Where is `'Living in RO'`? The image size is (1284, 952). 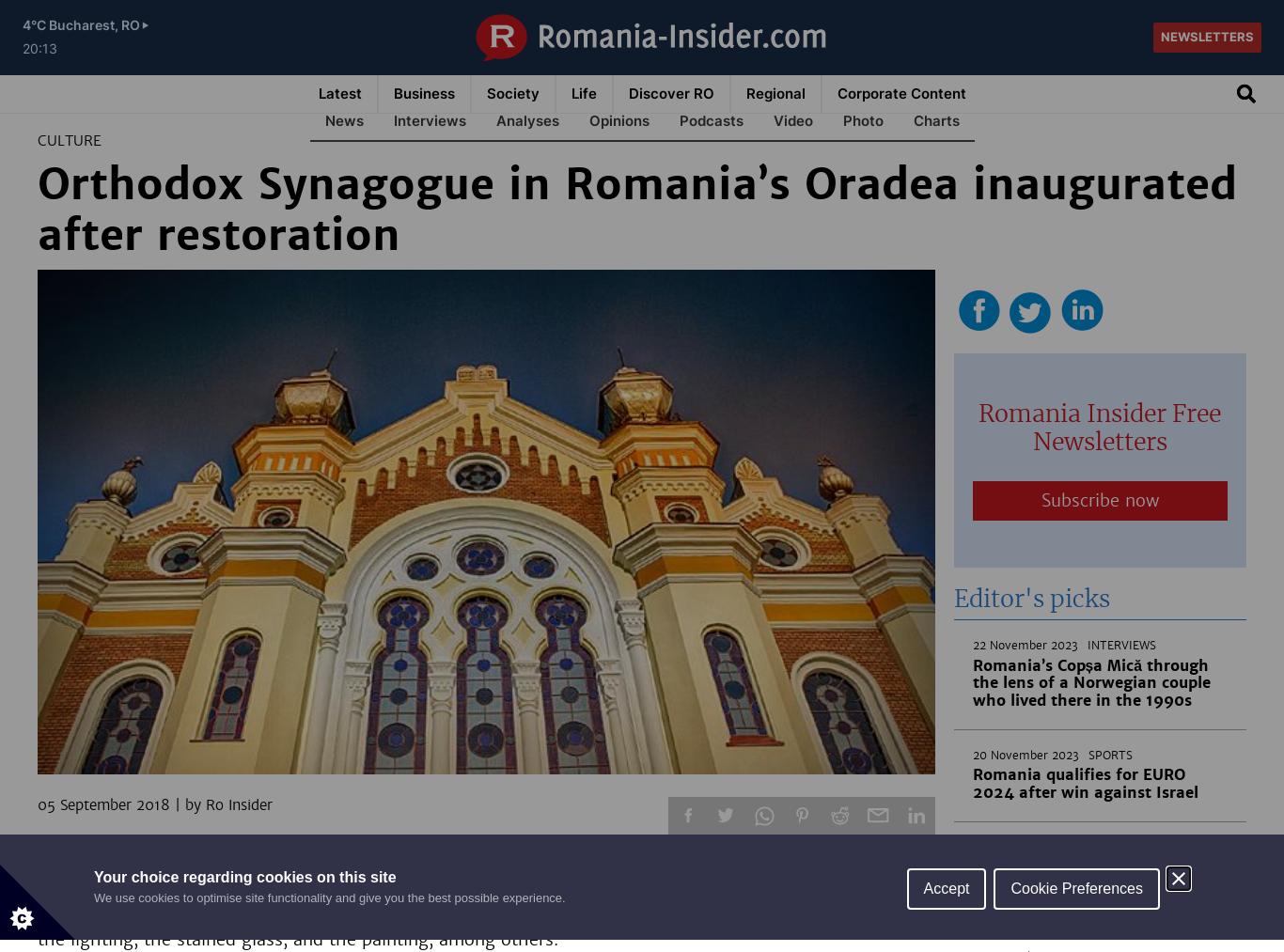 'Living in RO' is located at coordinates (668, 120).